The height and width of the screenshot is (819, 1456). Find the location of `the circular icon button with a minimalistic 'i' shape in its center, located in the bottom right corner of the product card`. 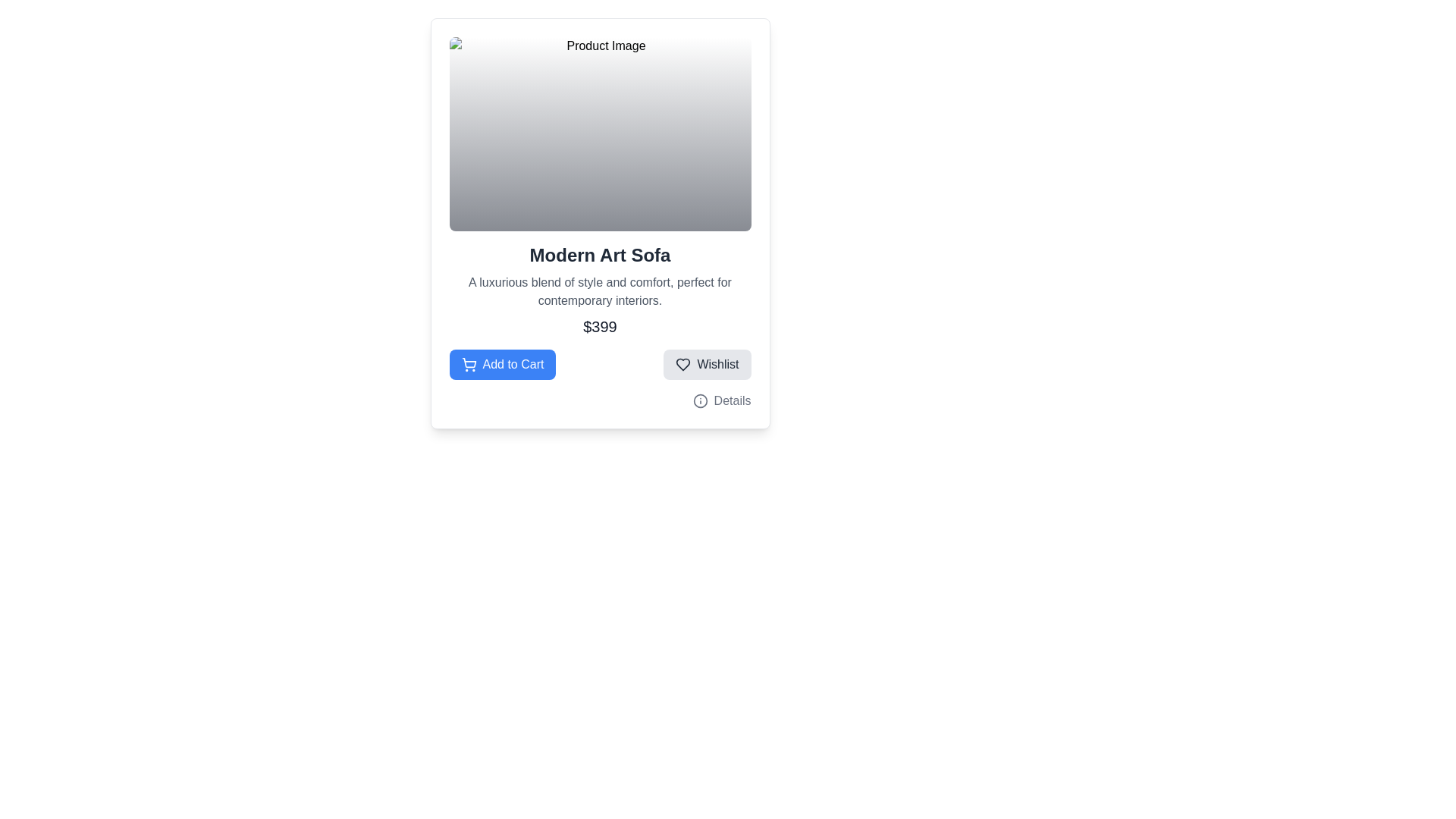

the circular icon button with a minimalistic 'i' shape in its center, located in the bottom right corner of the product card is located at coordinates (699, 400).